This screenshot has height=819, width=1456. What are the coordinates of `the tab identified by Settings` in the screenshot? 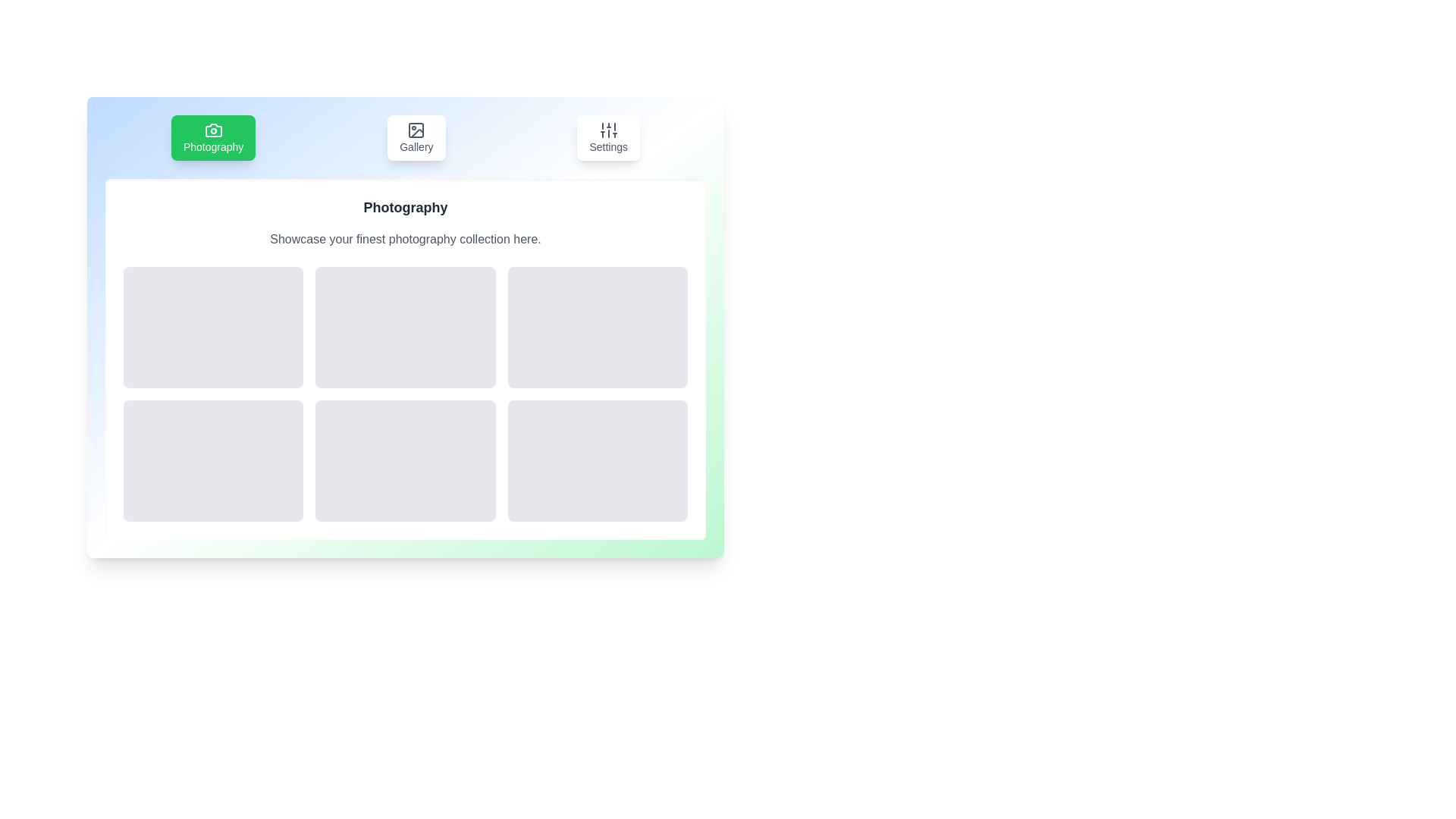 It's located at (608, 137).